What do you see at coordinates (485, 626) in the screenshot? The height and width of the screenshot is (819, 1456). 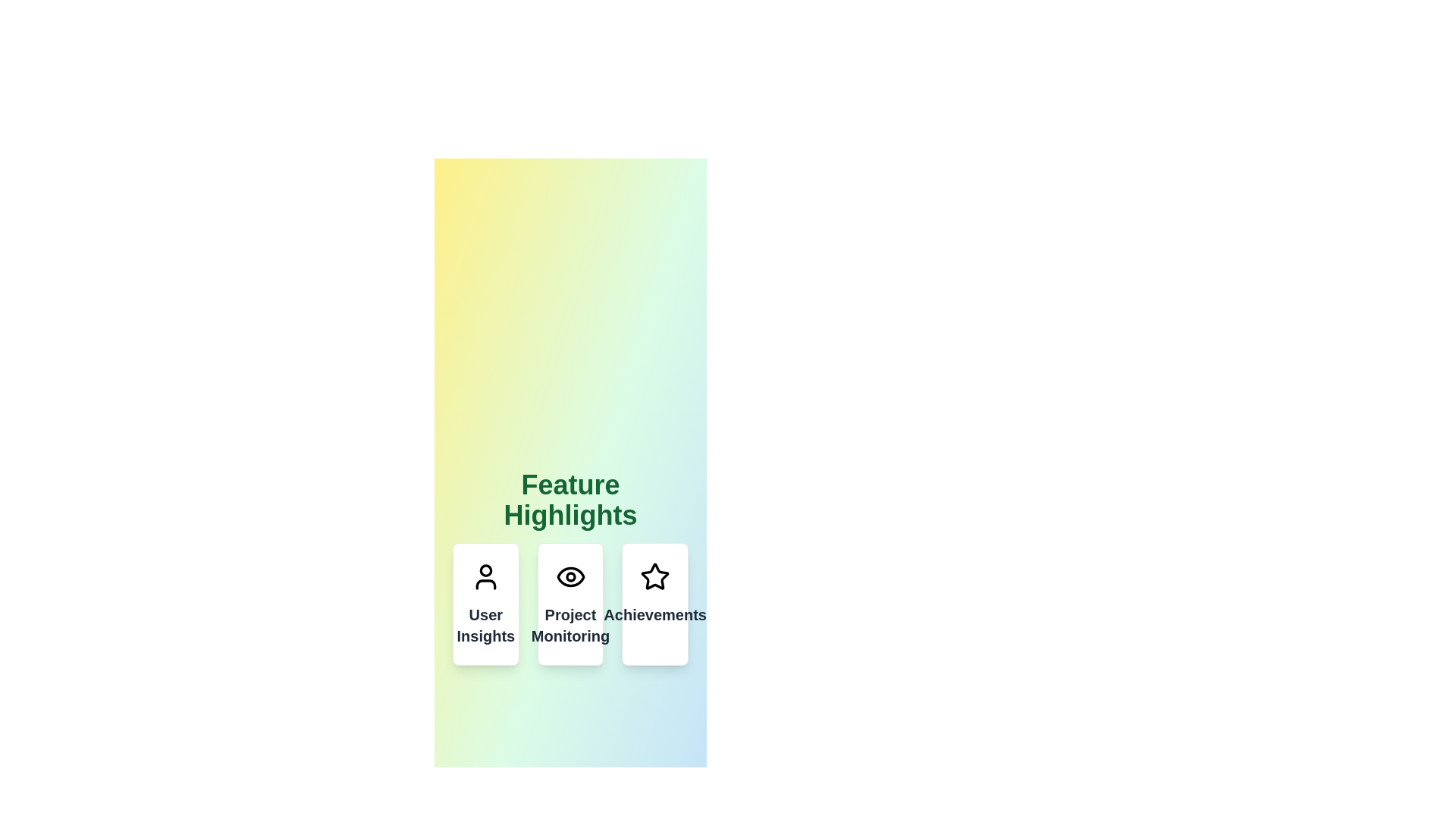 I see `'User Insights' label text located in the first card from the left, below the user silhouette icon, to understand the card's purpose` at bounding box center [485, 626].